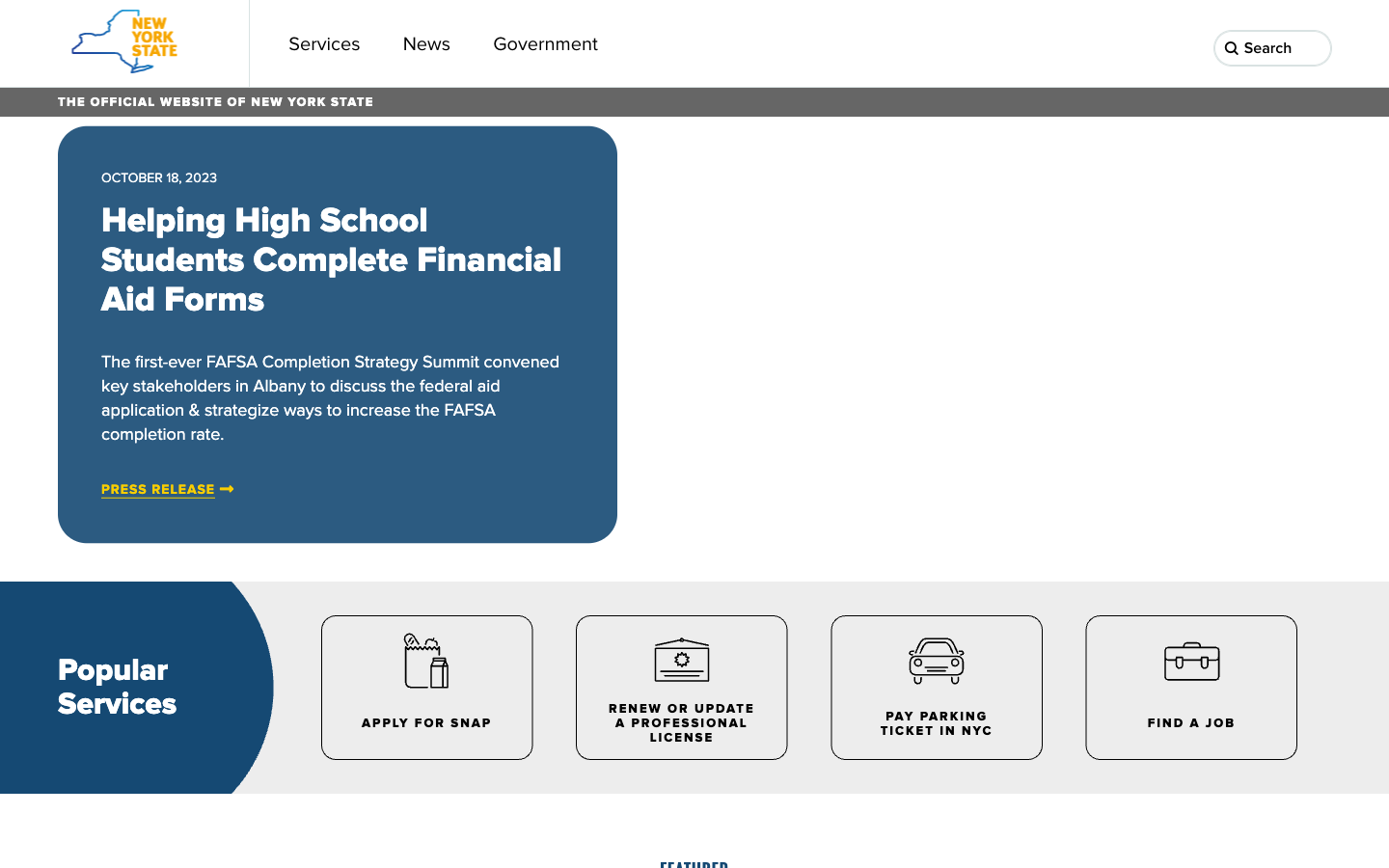 The image size is (1389, 868). Describe the element at coordinates (227796, 441378) in the screenshot. I see `the press release tab on the webpage` at that location.